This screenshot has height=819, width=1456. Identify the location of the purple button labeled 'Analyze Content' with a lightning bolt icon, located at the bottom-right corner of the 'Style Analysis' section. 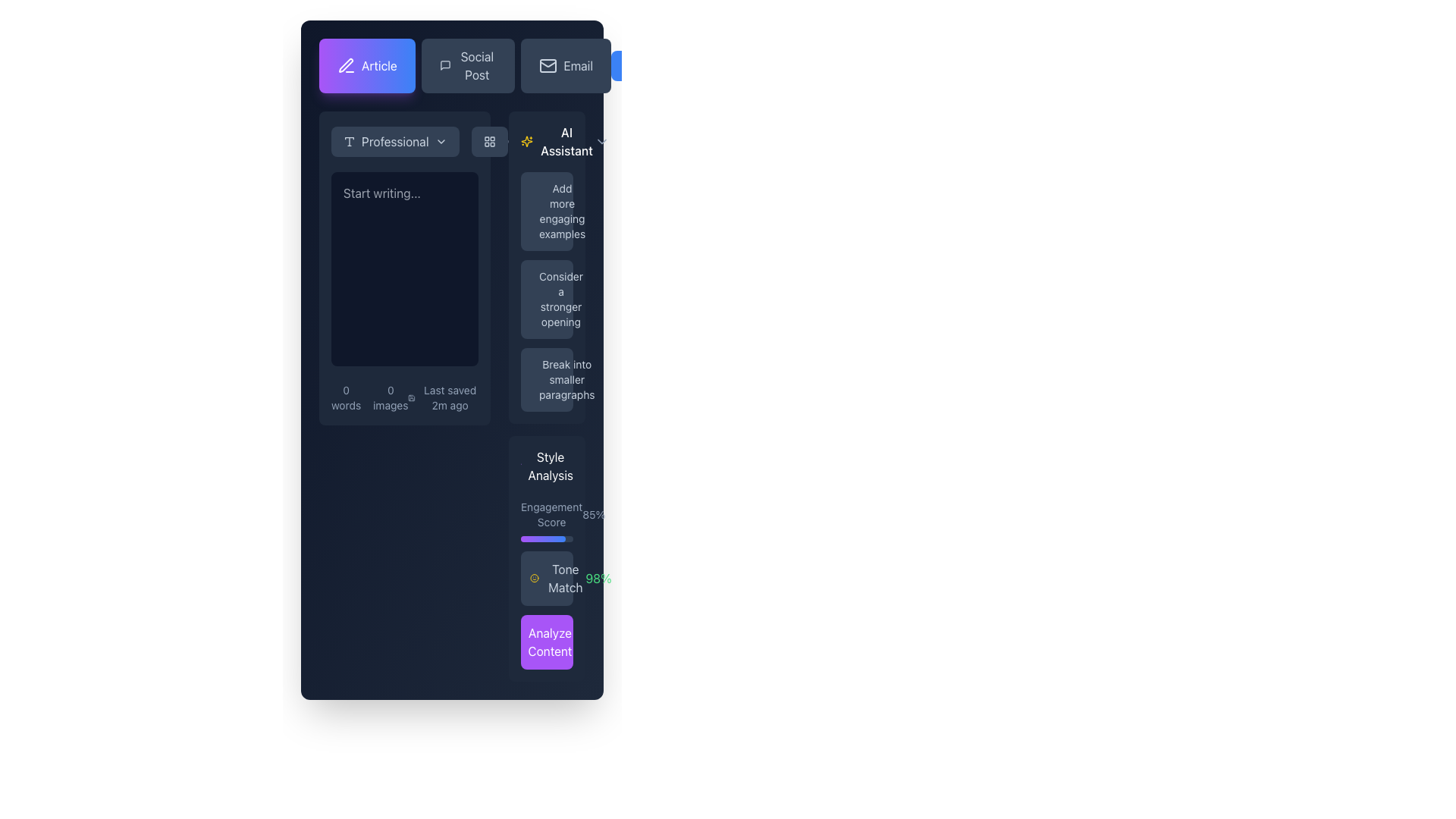
(546, 642).